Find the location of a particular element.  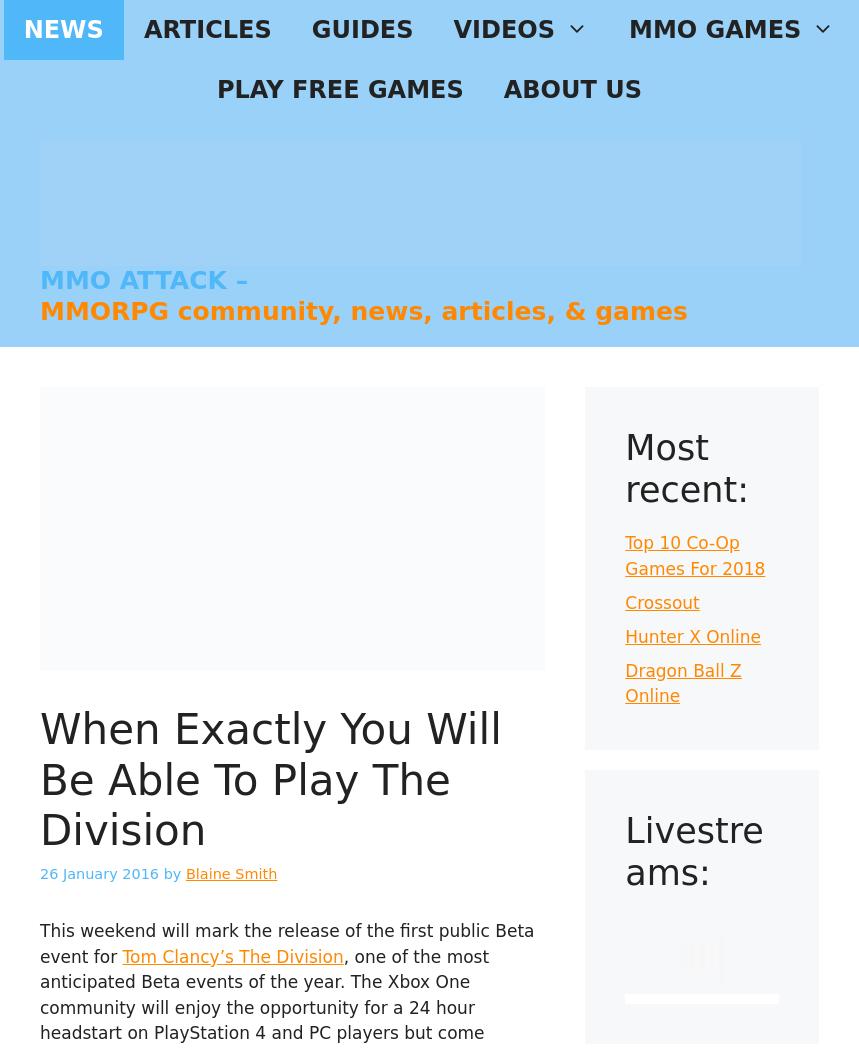

'MMO GAMES' is located at coordinates (715, 30).